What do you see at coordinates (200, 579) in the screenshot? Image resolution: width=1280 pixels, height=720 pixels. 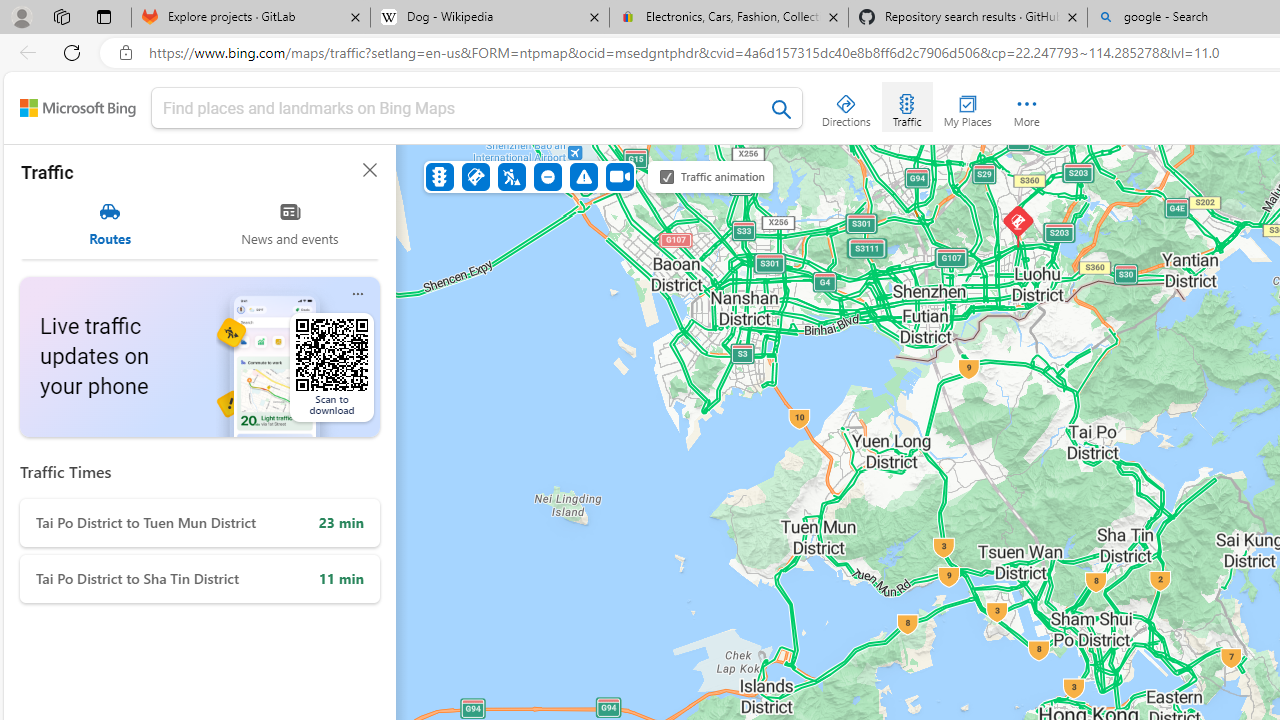 I see `'Tai Po District to Sha Tin District'` at bounding box center [200, 579].